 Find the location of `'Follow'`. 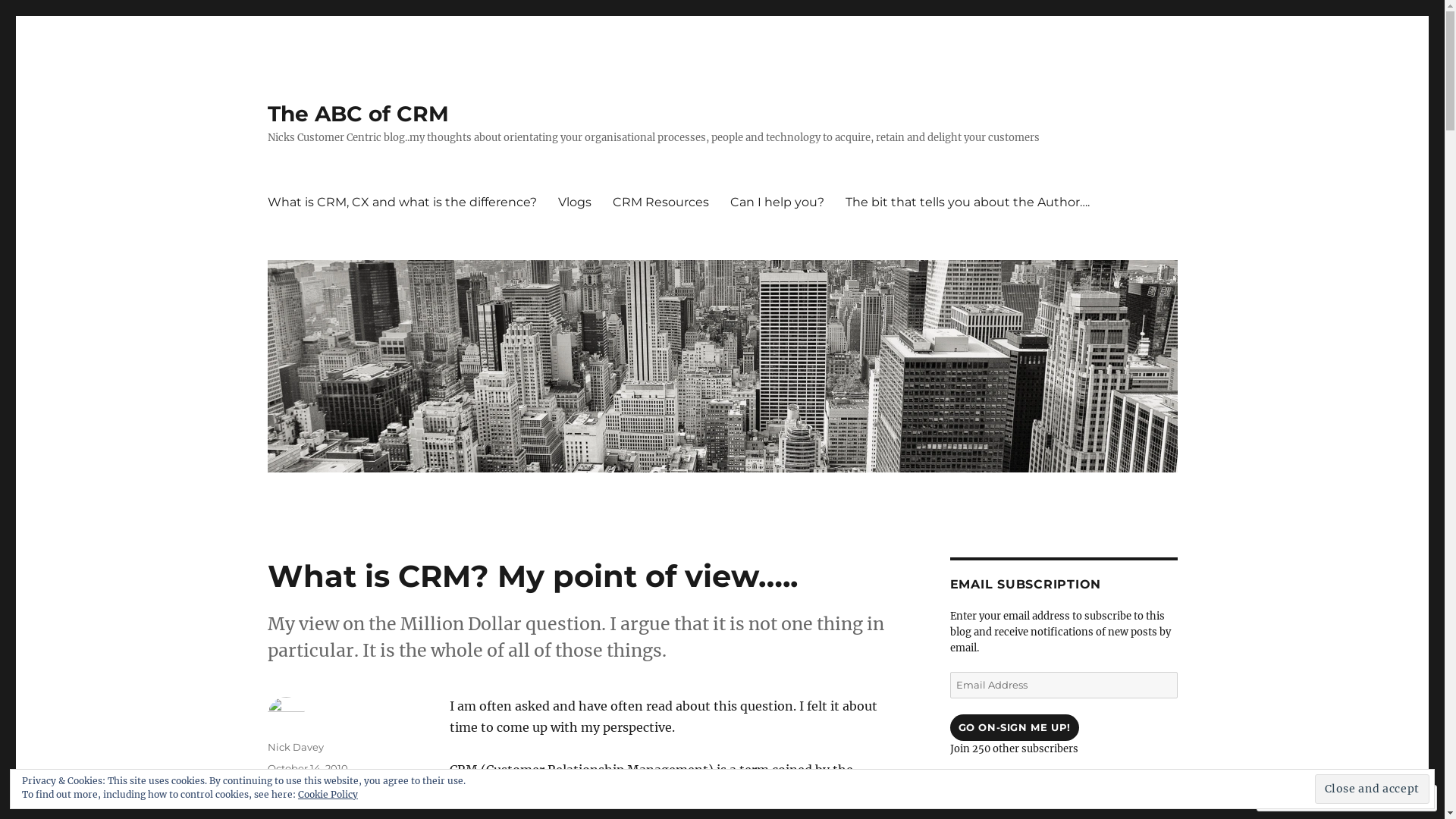

'Follow' is located at coordinates (1344, 797).